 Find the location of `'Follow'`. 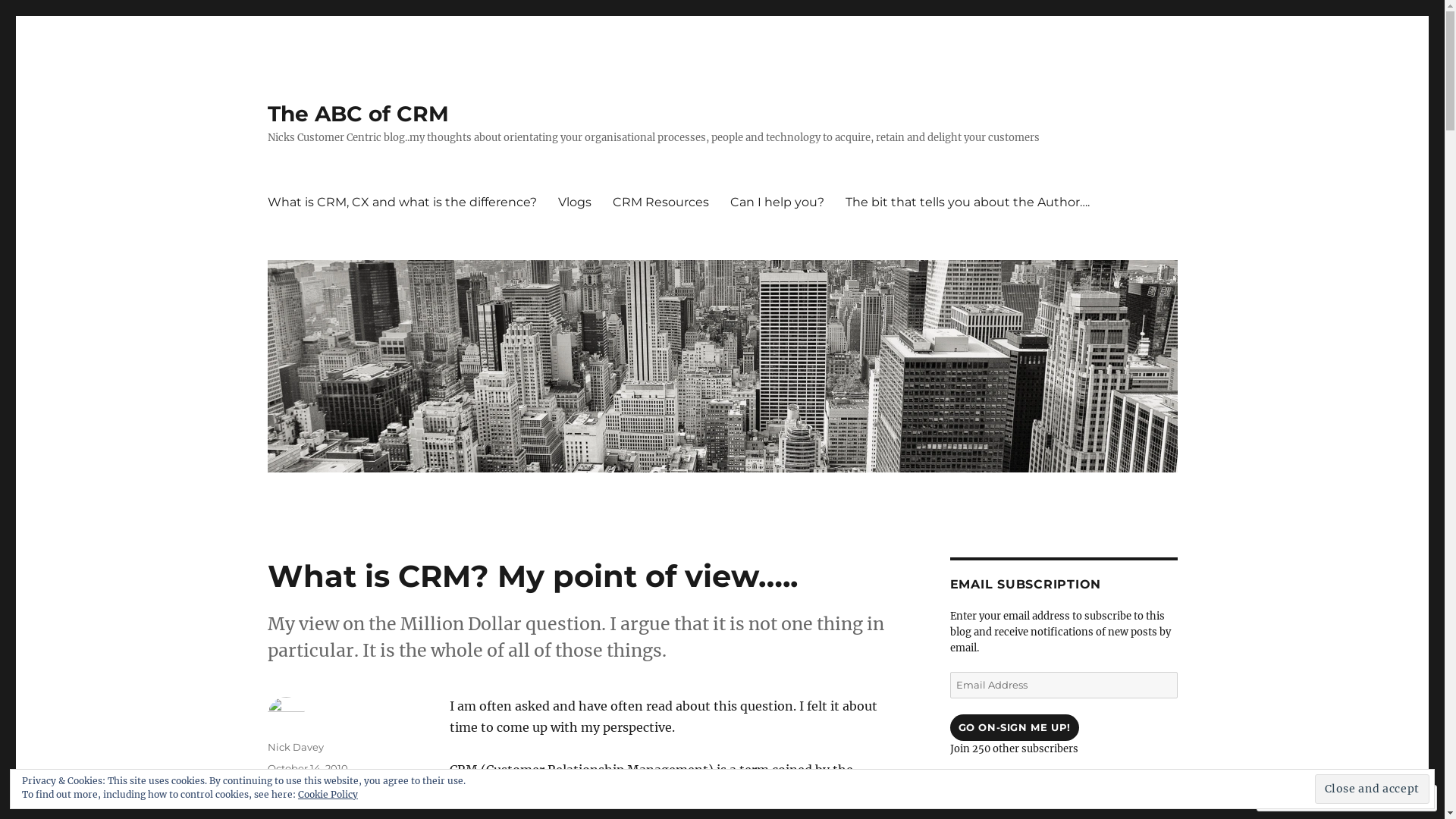

'Follow' is located at coordinates (1344, 797).